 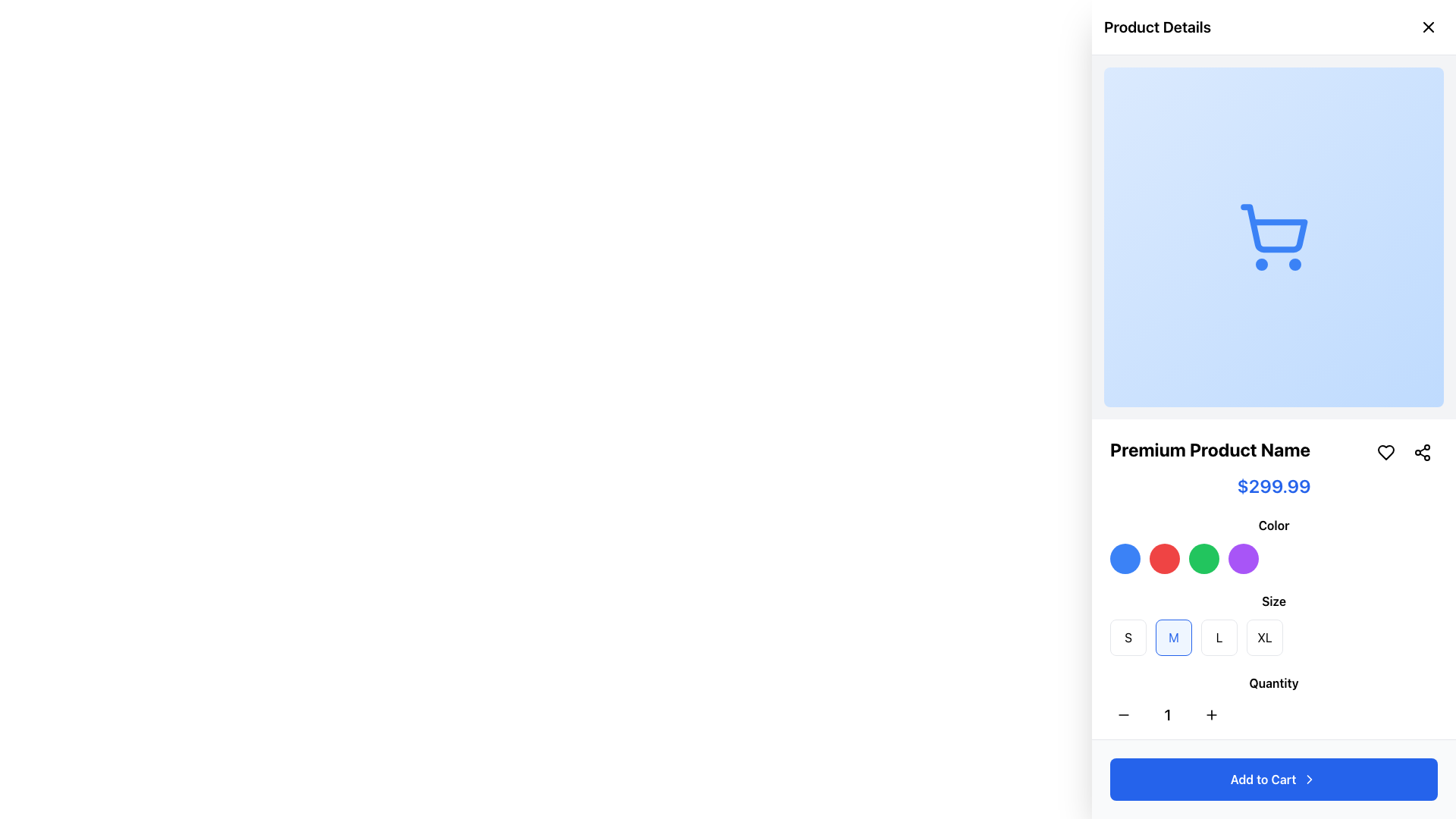 I want to click on the static text label displaying the price of the listed product, located below the product name 'Premium Product Name', so click(x=1274, y=485).